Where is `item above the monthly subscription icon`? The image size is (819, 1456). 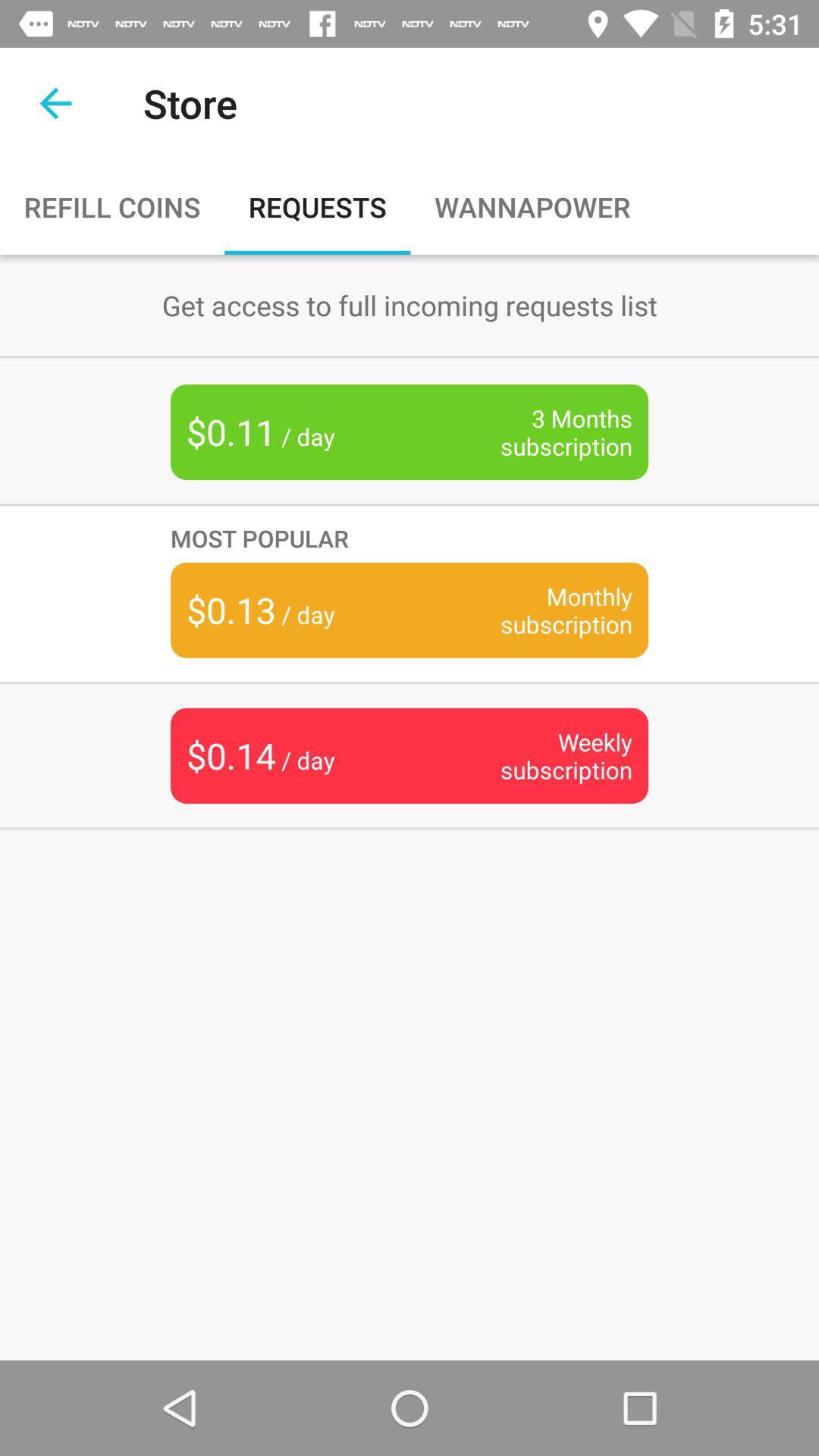
item above the monthly subscription icon is located at coordinates (409, 538).